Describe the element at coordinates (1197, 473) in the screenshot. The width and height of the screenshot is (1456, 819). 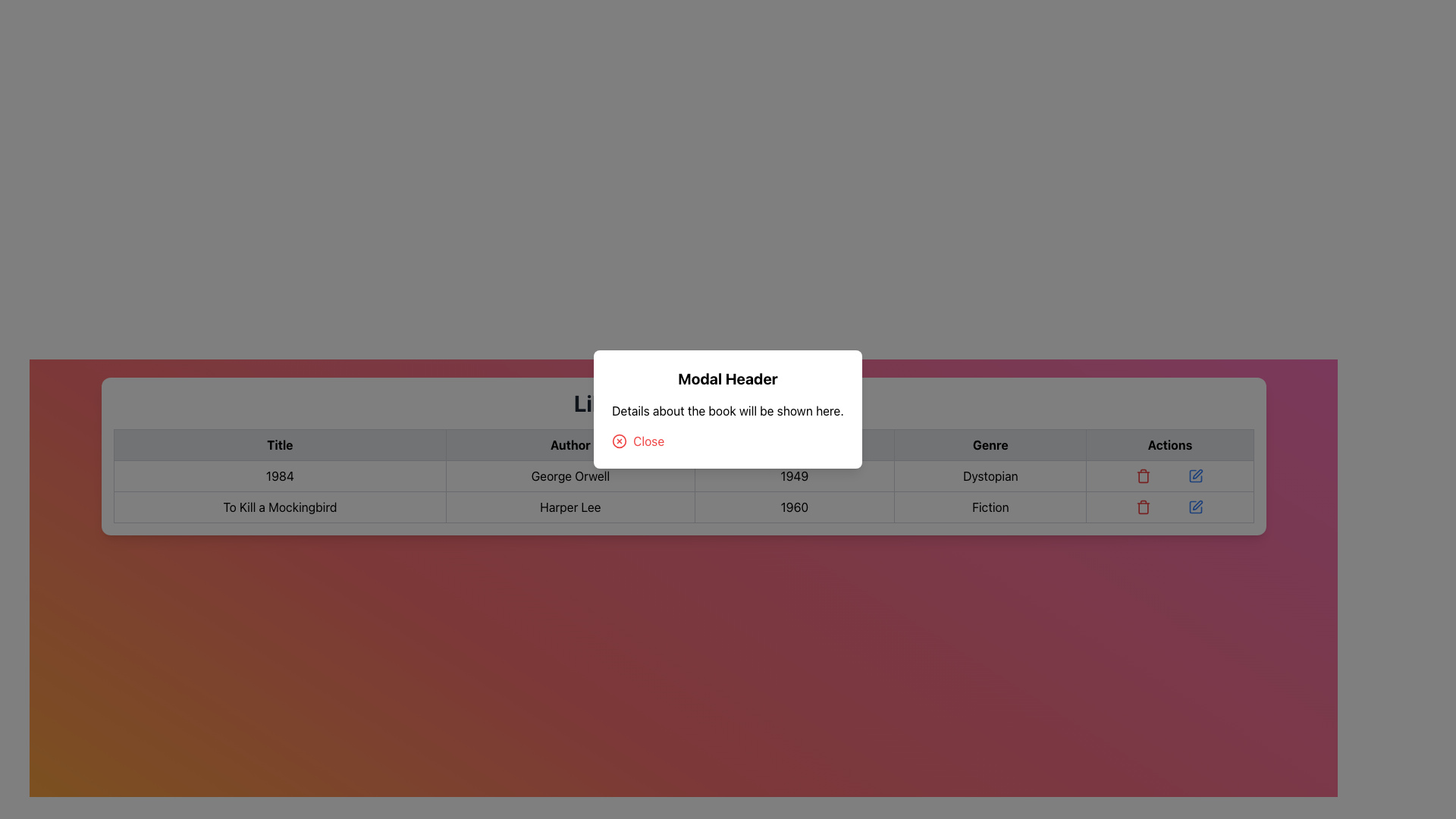
I see `the edit icon button located as the second icon under the 'Actions' column in the table` at that location.